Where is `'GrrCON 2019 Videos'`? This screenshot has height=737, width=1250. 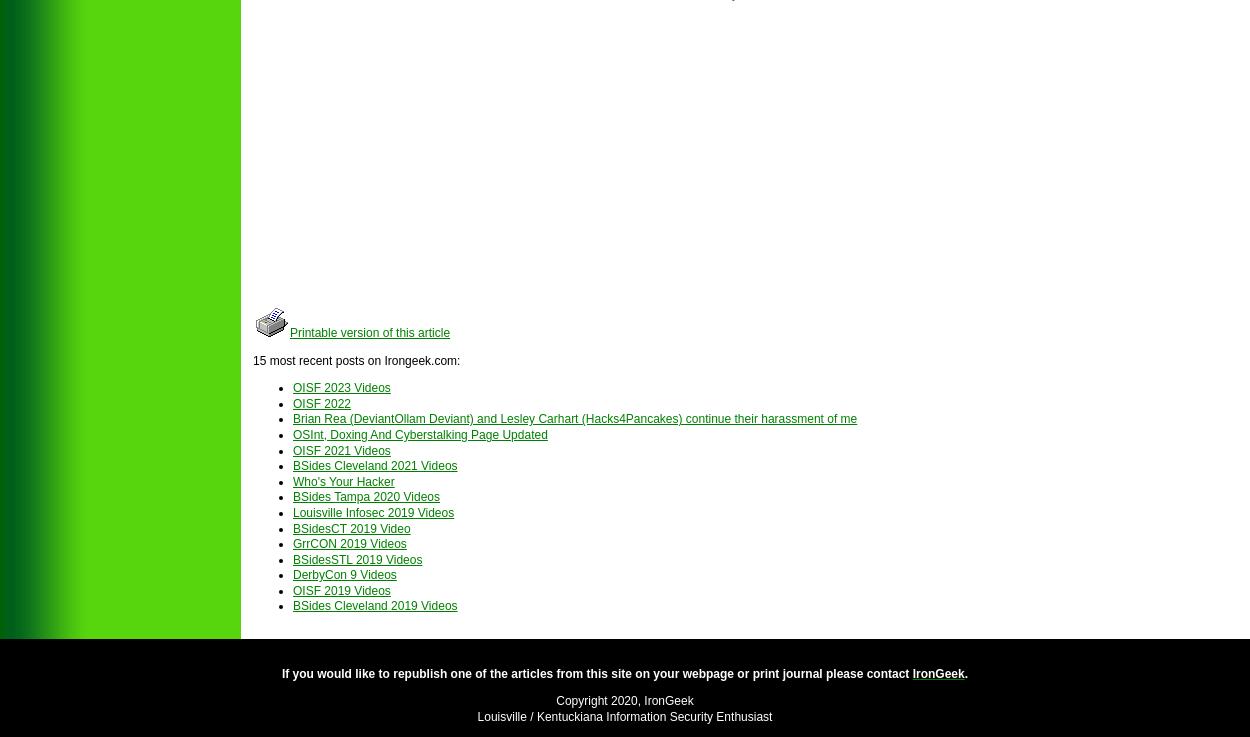
'GrrCON 2019 Videos' is located at coordinates (348, 543).